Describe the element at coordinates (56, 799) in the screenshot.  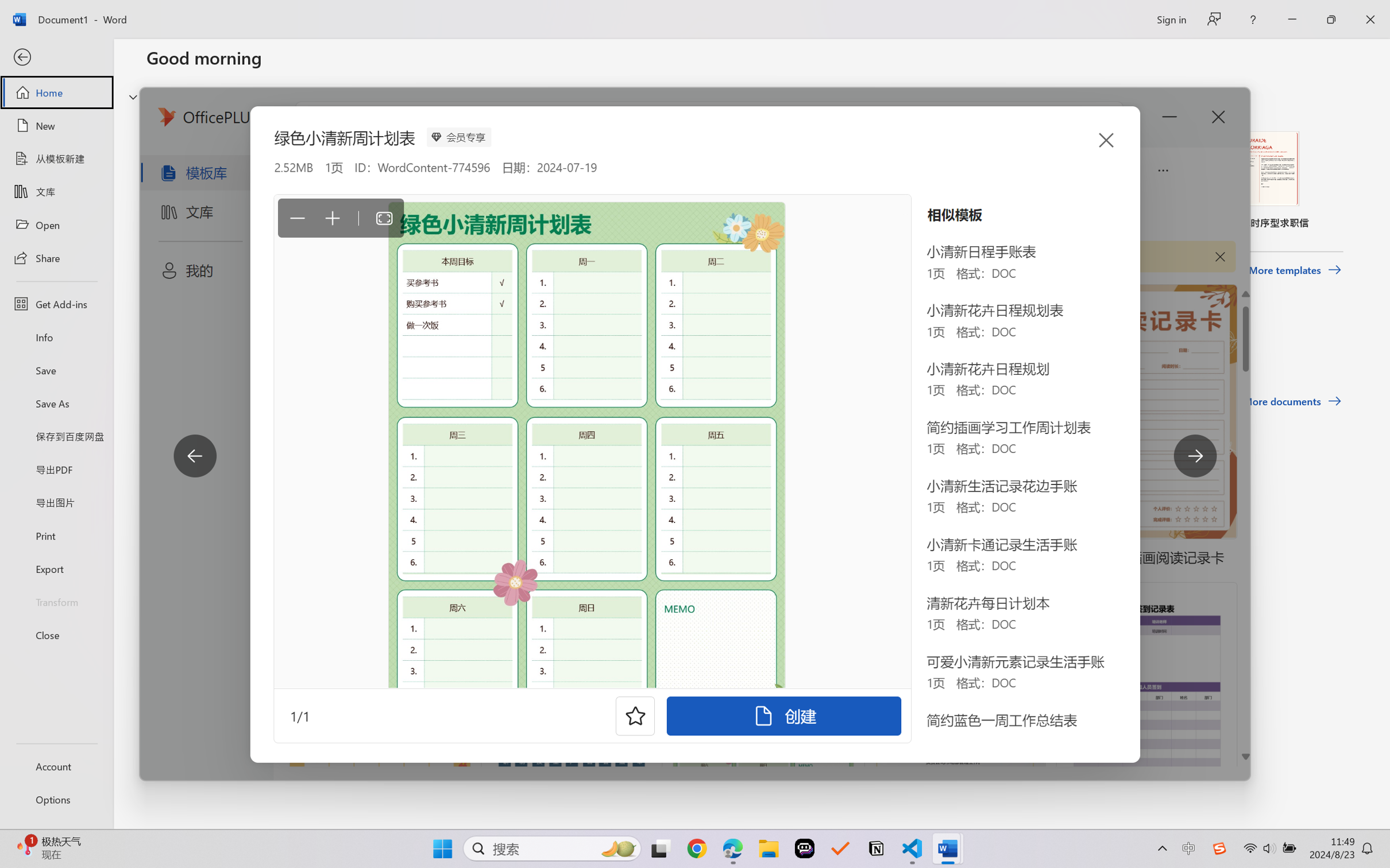
I see `'Options'` at that location.